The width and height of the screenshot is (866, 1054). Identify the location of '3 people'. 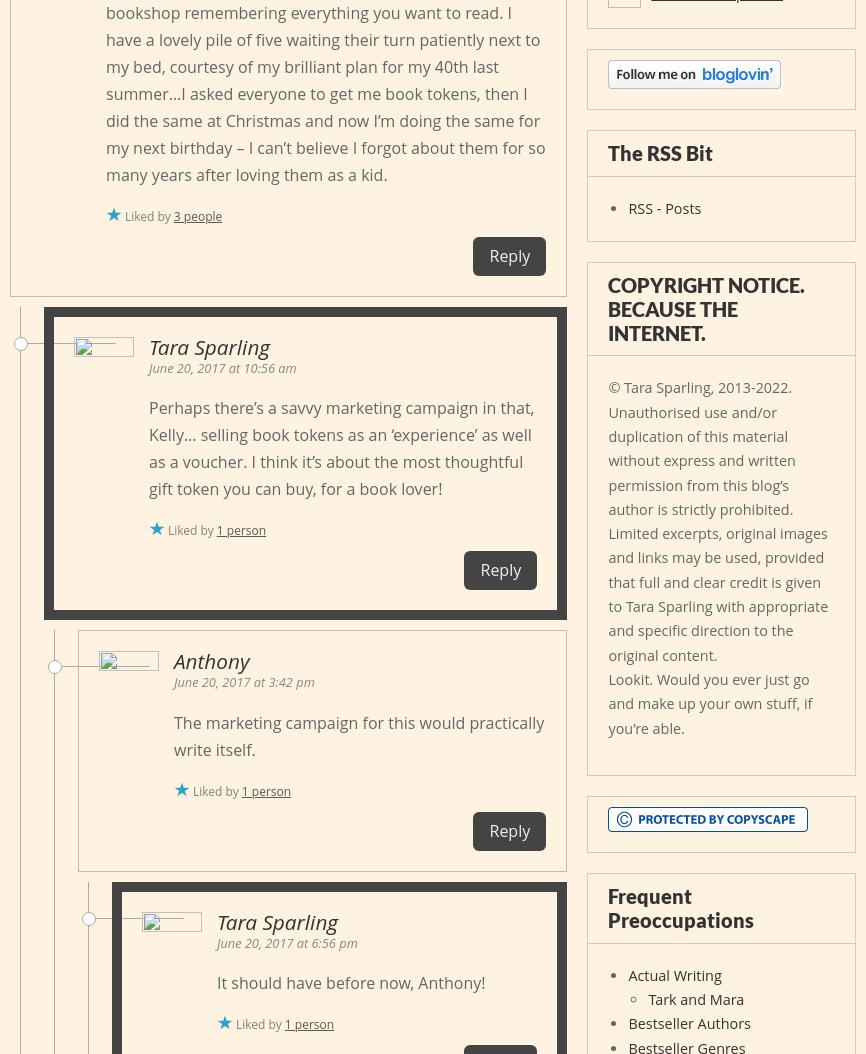
(173, 215).